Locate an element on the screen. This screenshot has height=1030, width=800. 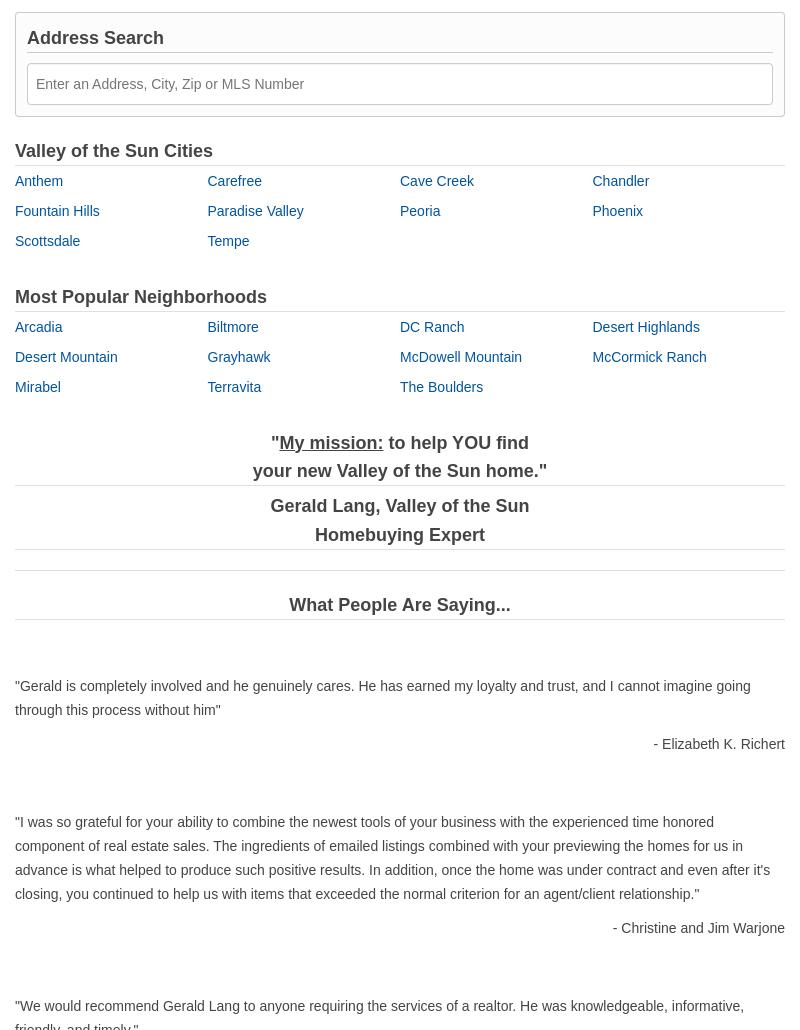
'Valley of the Sun Cities' is located at coordinates (112, 148).